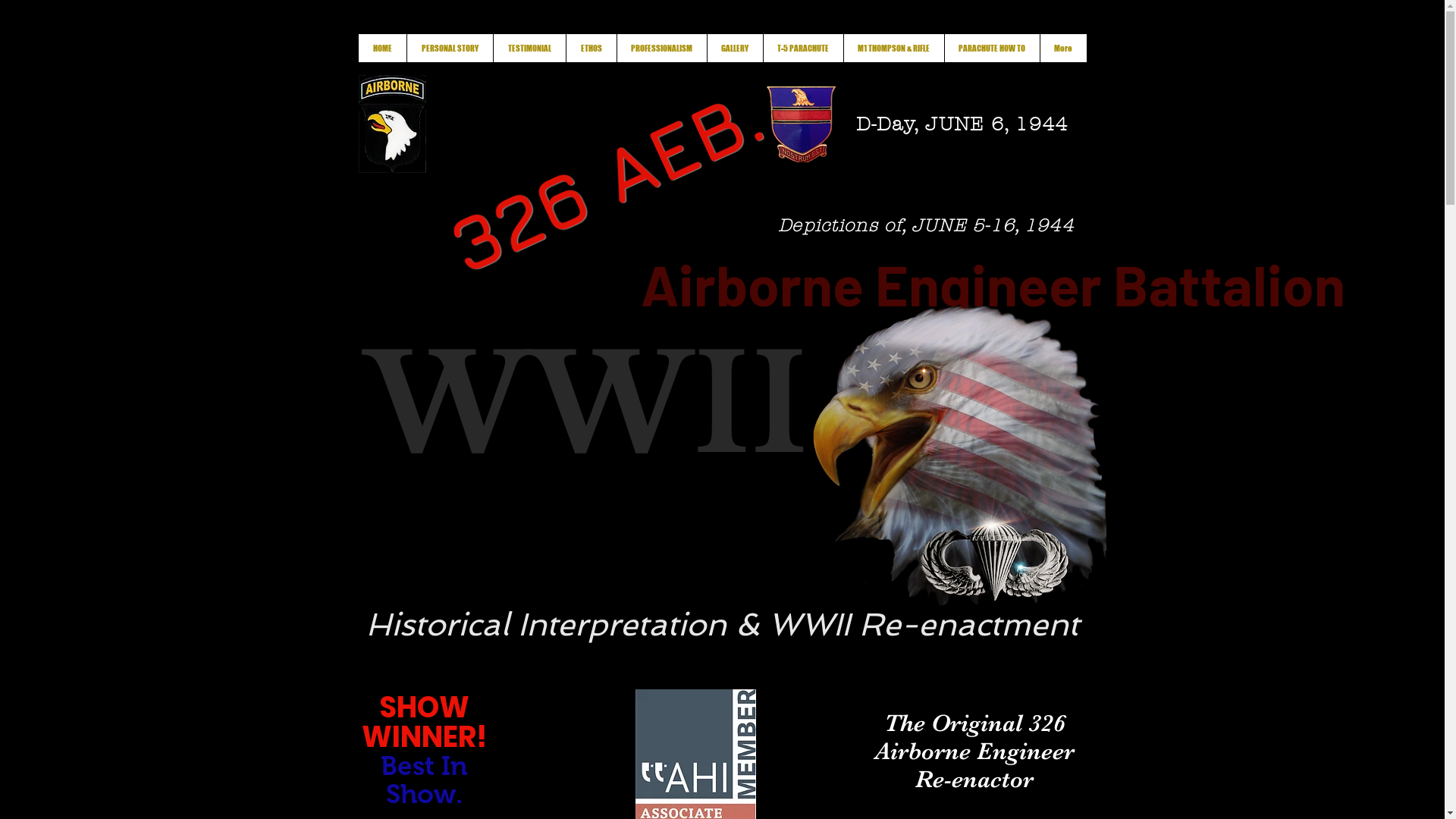 The width and height of the screenshot is (1456, 819). What do you see at coordinates (705, 47) in the screenshot?
I see `'GALLERY'` at bounding box center [705, 47].